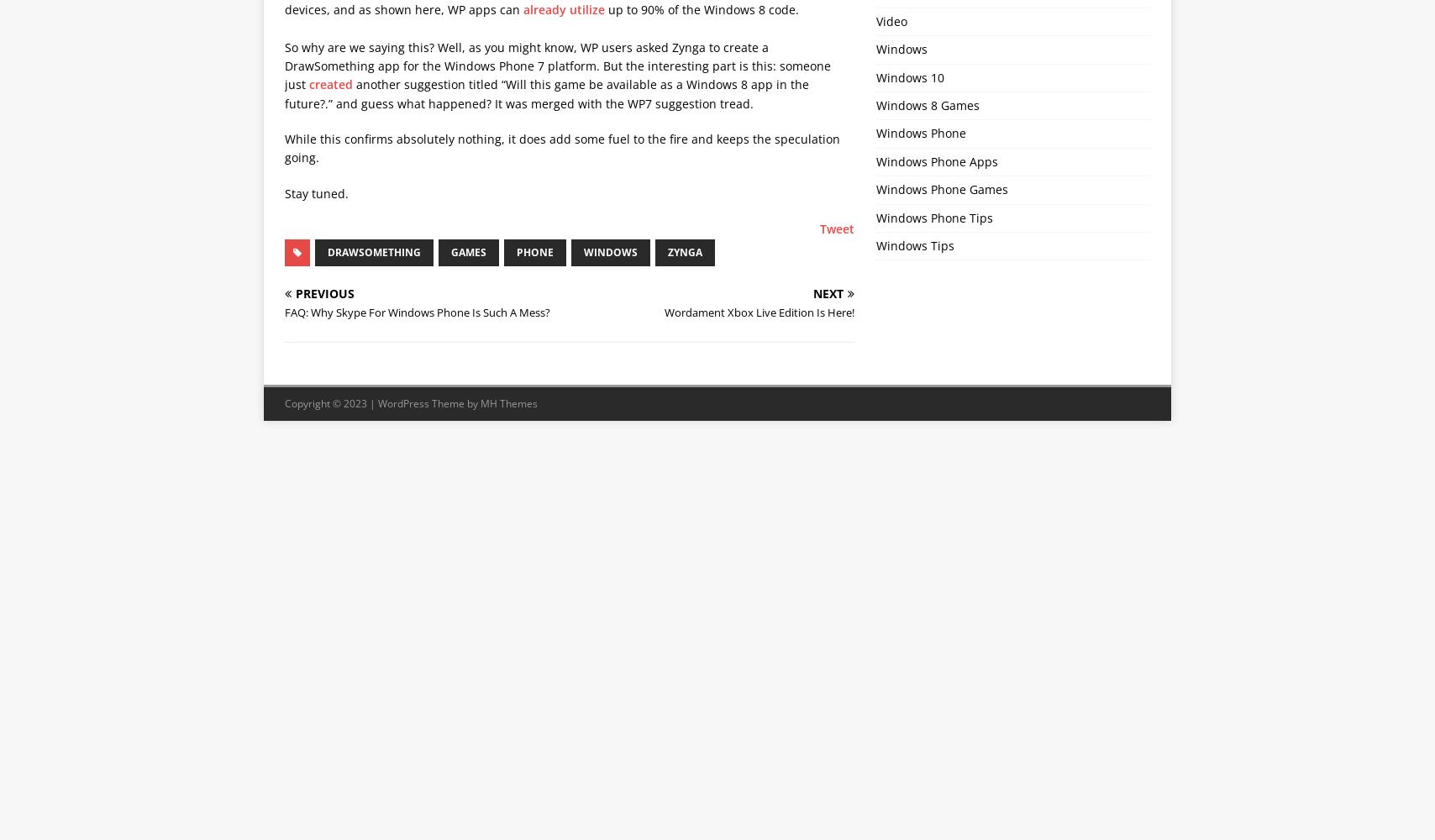  I want to click on 'Wordament Xbox Live Edition Is Here!', so click(760, 311).